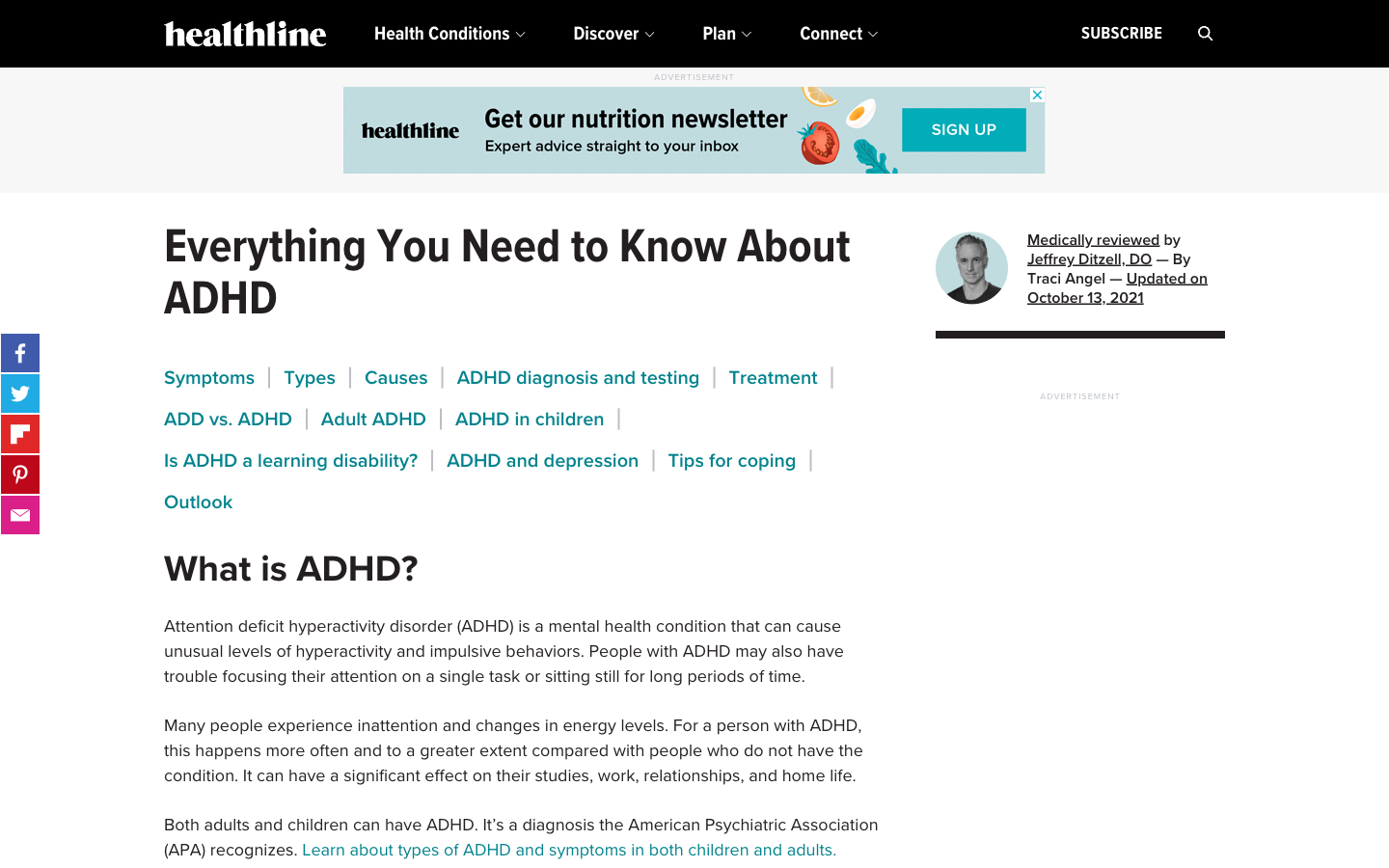  I want to click on Search up methods for handling ADHD, so click(730, 459).